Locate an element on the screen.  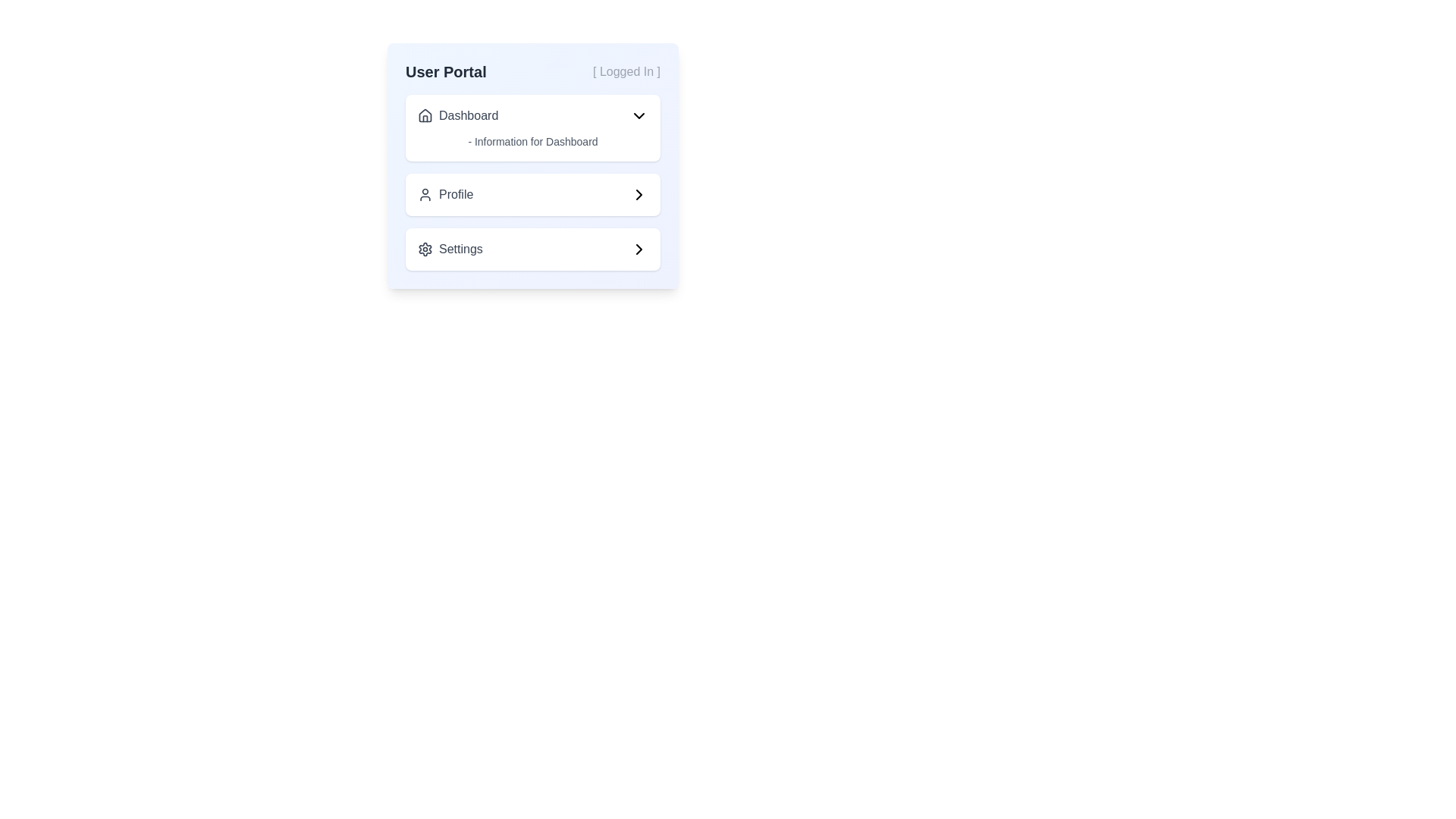
the static text element displaying 'User Portal' in bold, large dark gray font, located to the left of '[ Logged In ]' is located at coordinates (445, 72).